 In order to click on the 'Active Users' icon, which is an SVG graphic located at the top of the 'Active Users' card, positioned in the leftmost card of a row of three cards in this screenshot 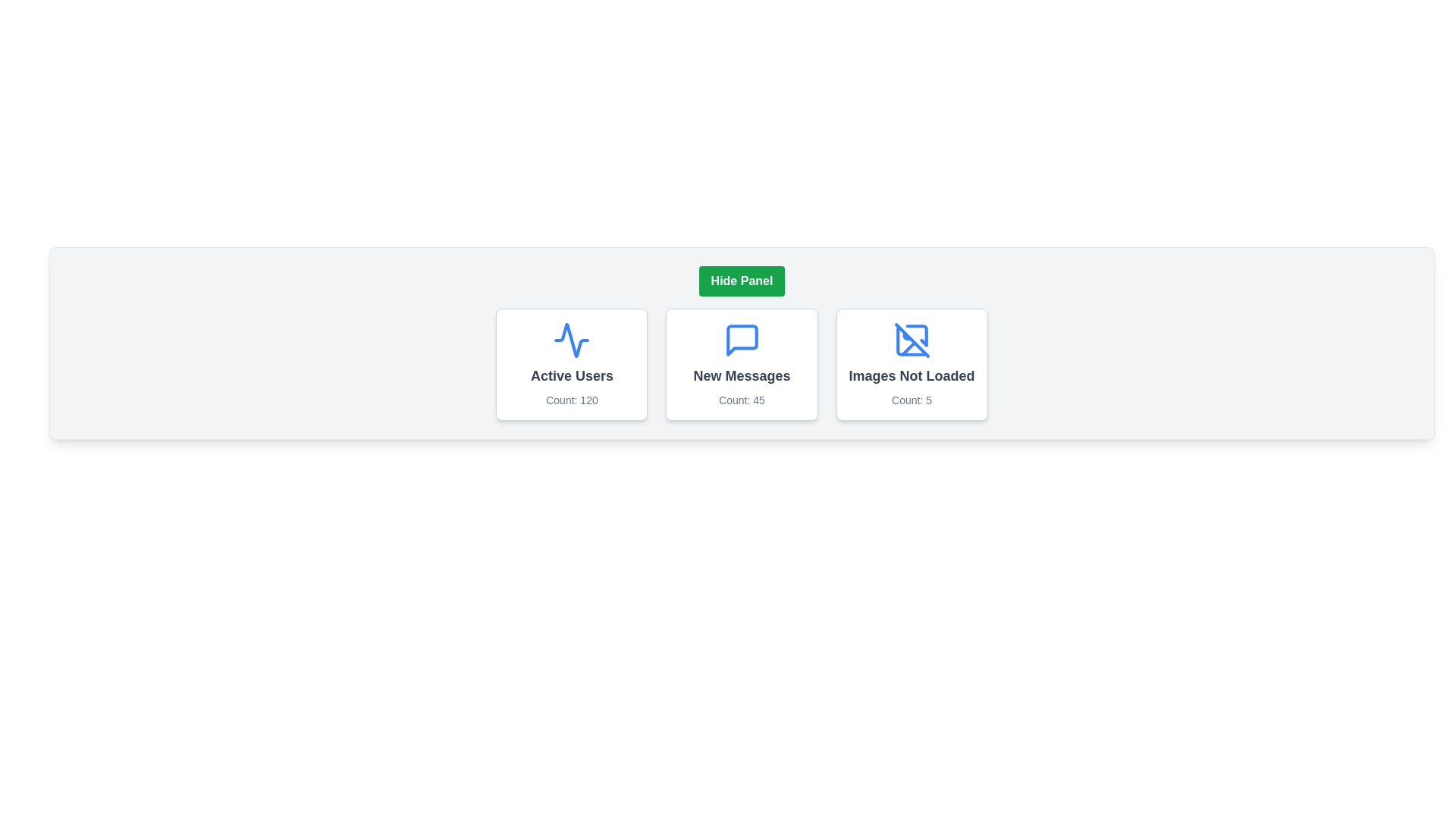, I will do `click(571, 339)`.